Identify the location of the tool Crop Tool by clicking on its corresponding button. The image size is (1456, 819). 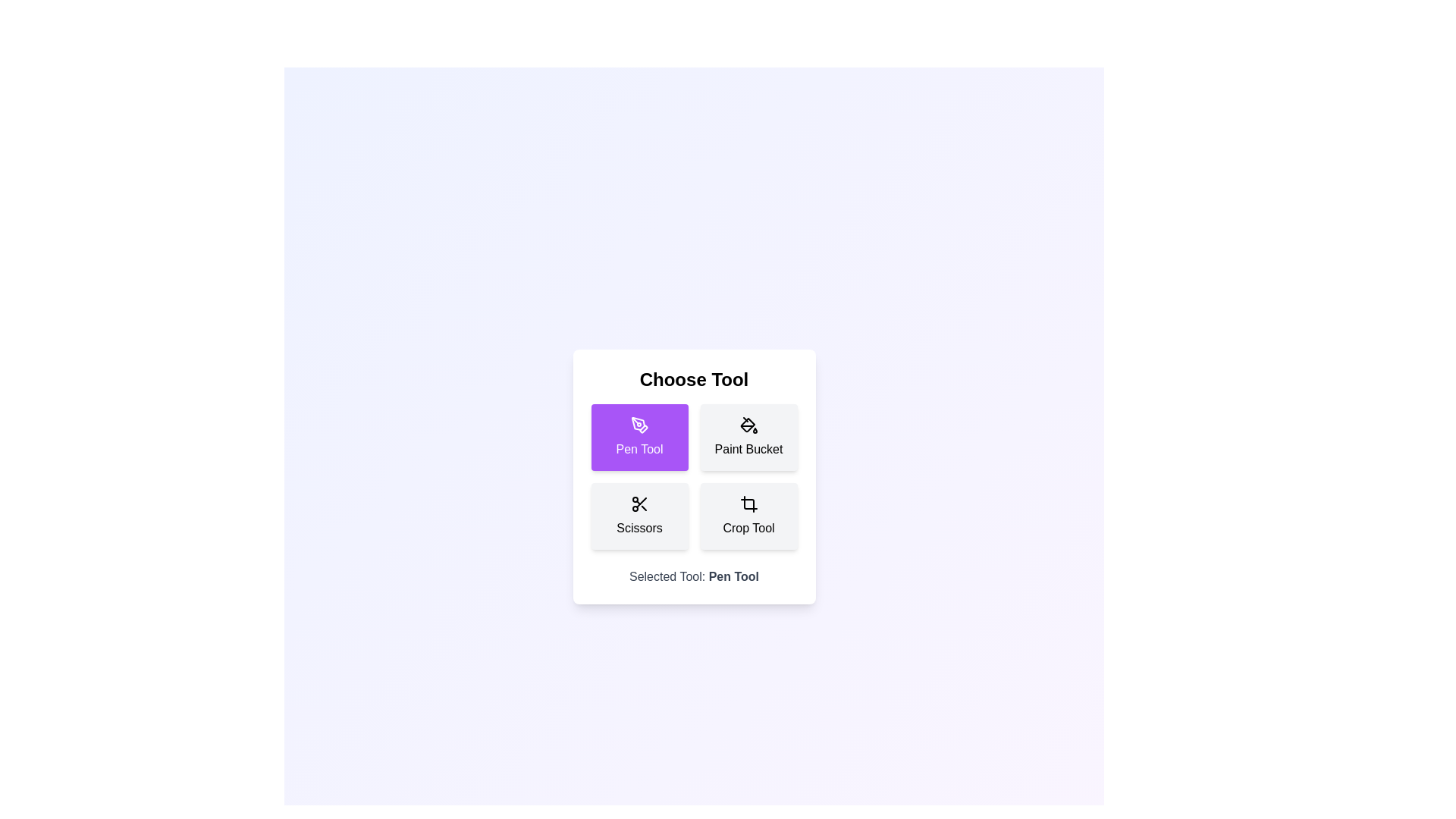
(748, 516).